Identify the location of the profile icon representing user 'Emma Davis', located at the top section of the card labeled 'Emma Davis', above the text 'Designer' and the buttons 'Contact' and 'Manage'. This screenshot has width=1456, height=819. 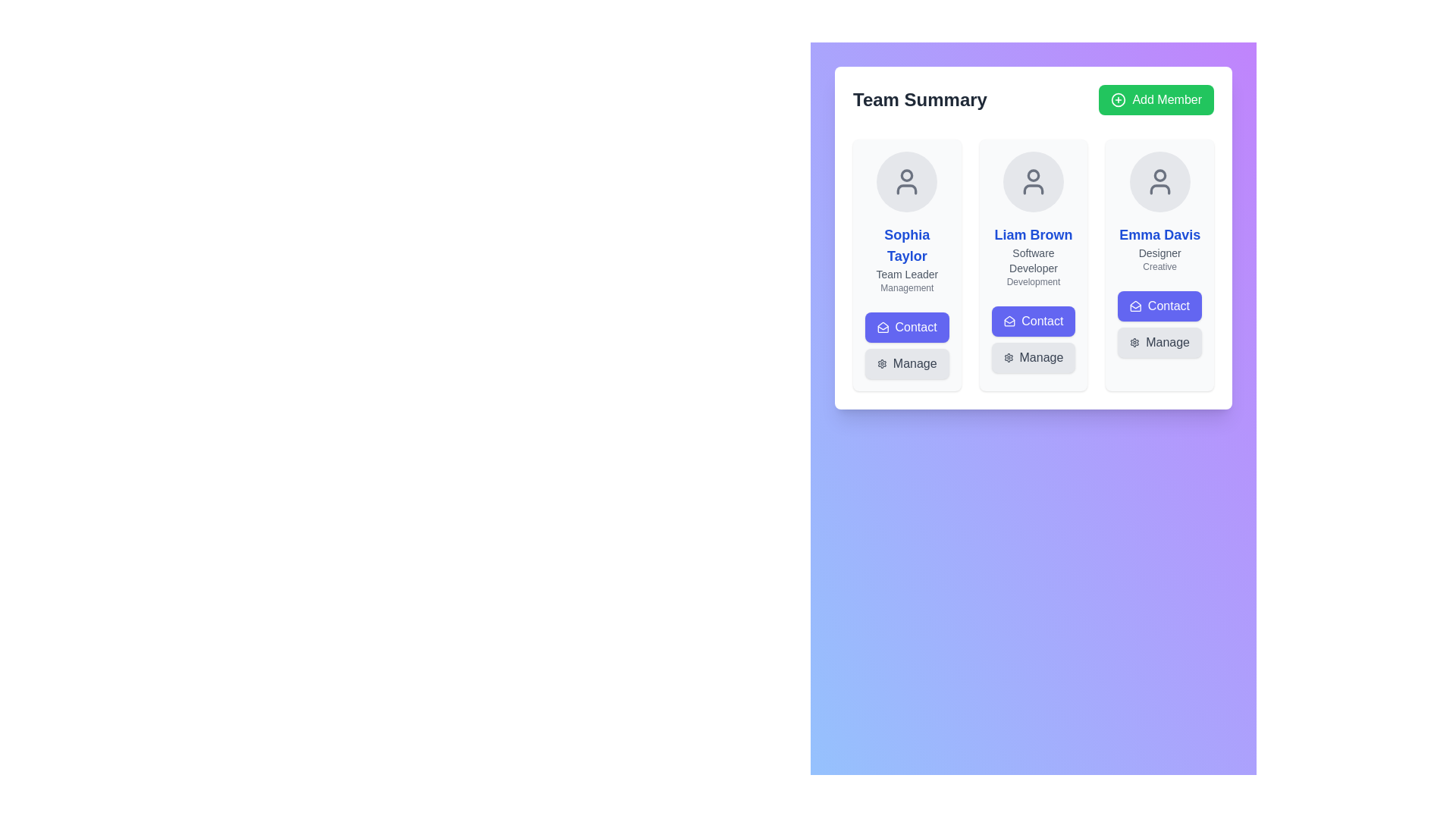
(1159, 180).